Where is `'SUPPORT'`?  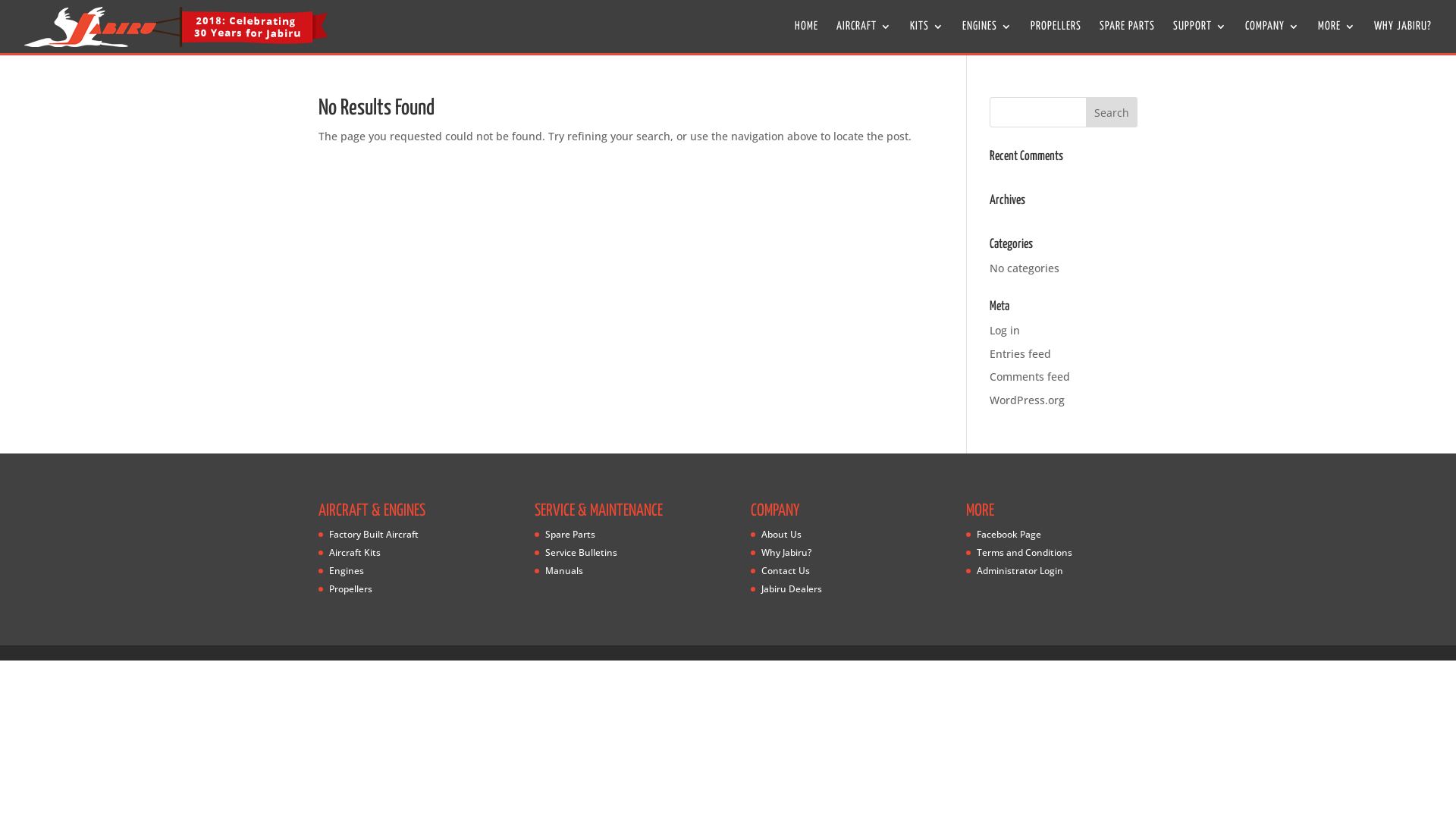 'SUPPORT' is located at coordinates (1199, 36).